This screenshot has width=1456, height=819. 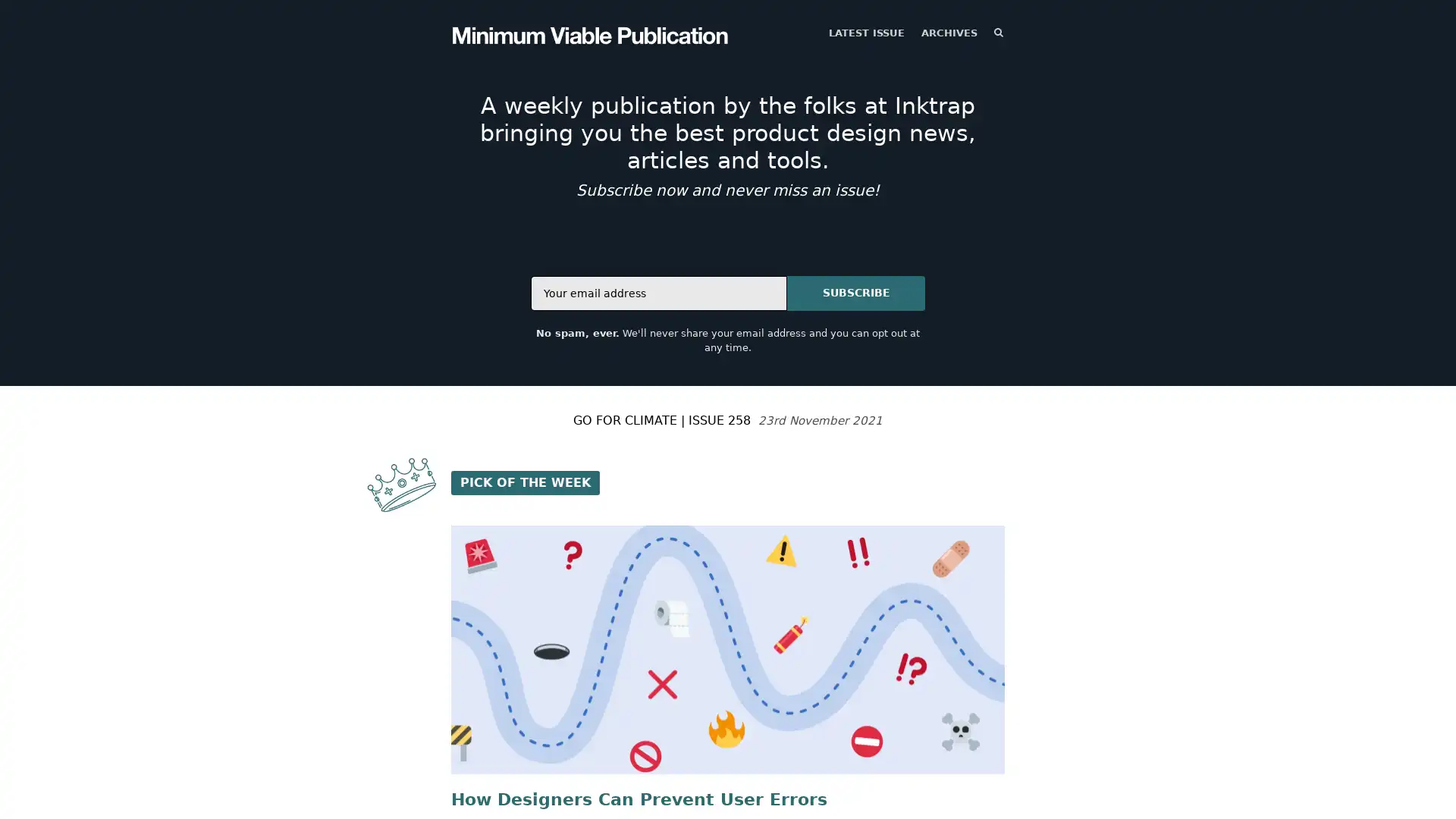 What do you see at coordinates (453, 3) in the screenshot?
I see `TOGGLE MENU` at bounding box center [453, 3].